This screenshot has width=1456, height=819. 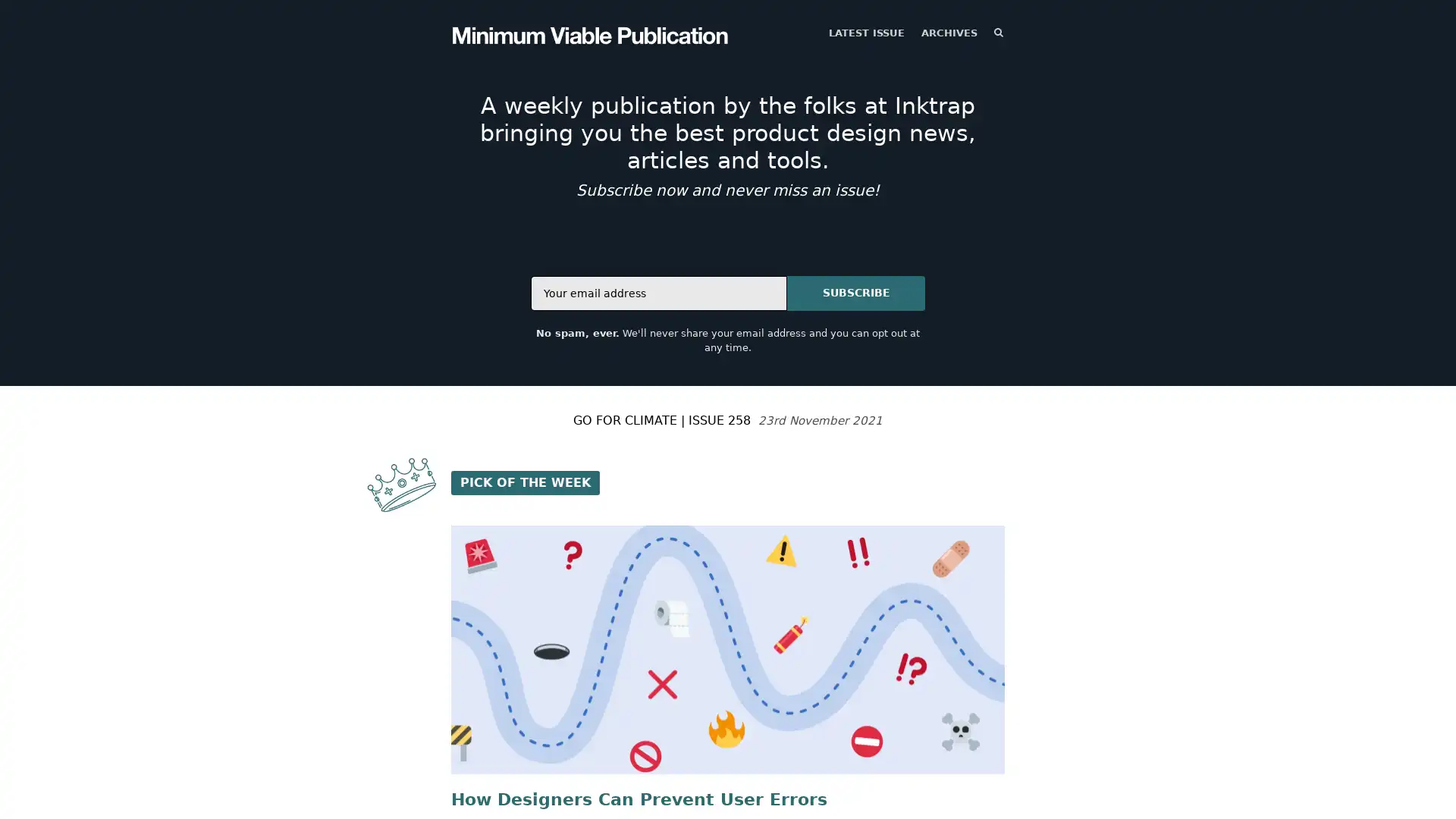 What do you see at coordinates (453, 3) in the screenshot?
I see `TOGGLE MENU` at bounding box center [453, 3].